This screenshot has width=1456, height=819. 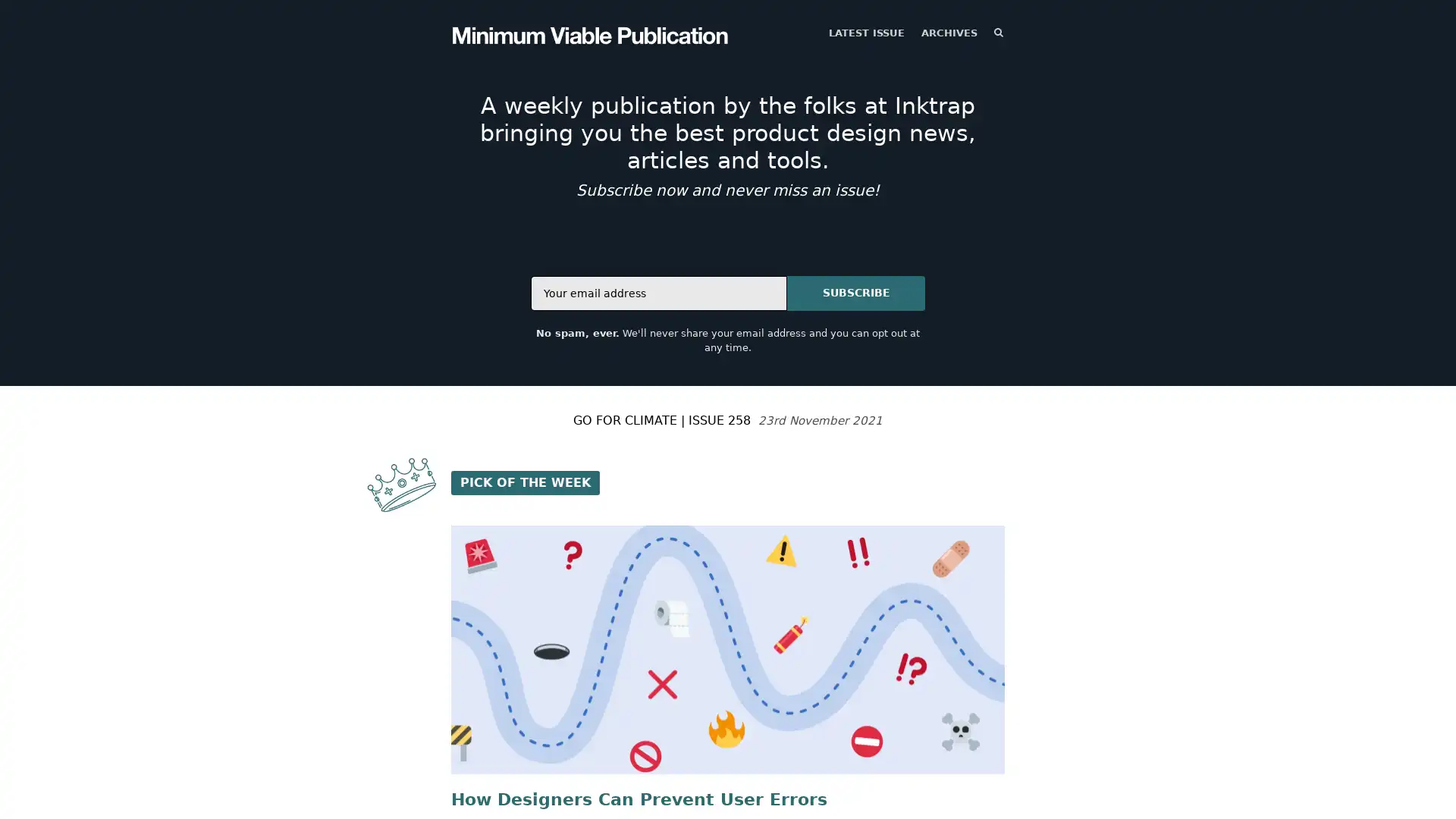 What do you see at coordinates (453, 3) in the screenshot?
I see `TOGGLE MENU` at bounding box center [453, 3].